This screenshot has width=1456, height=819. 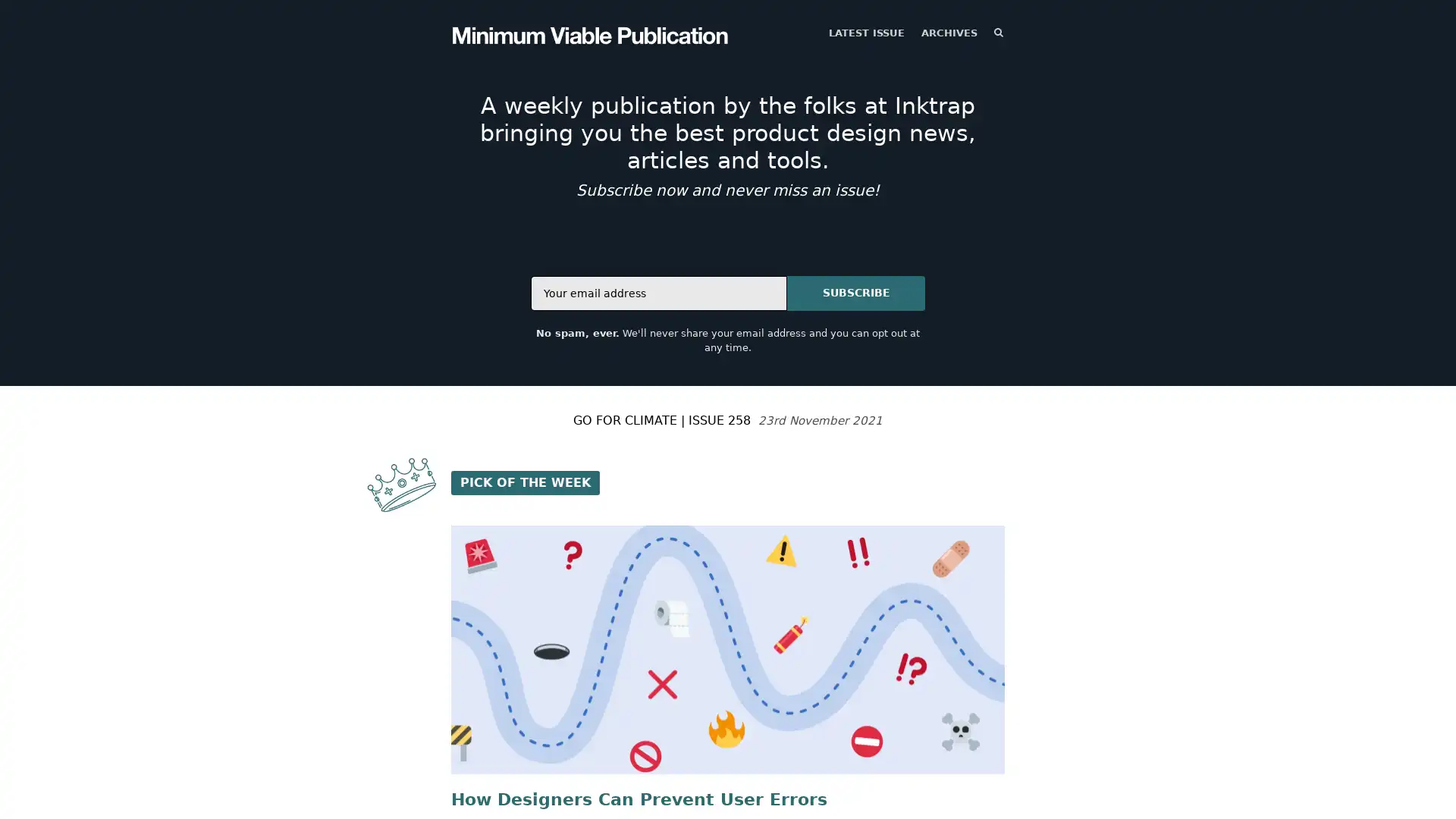 What do you see at coordinates (453, 3) in the screenshot?
I see `TOGGLE MENU` at bounding box center [453, 3].